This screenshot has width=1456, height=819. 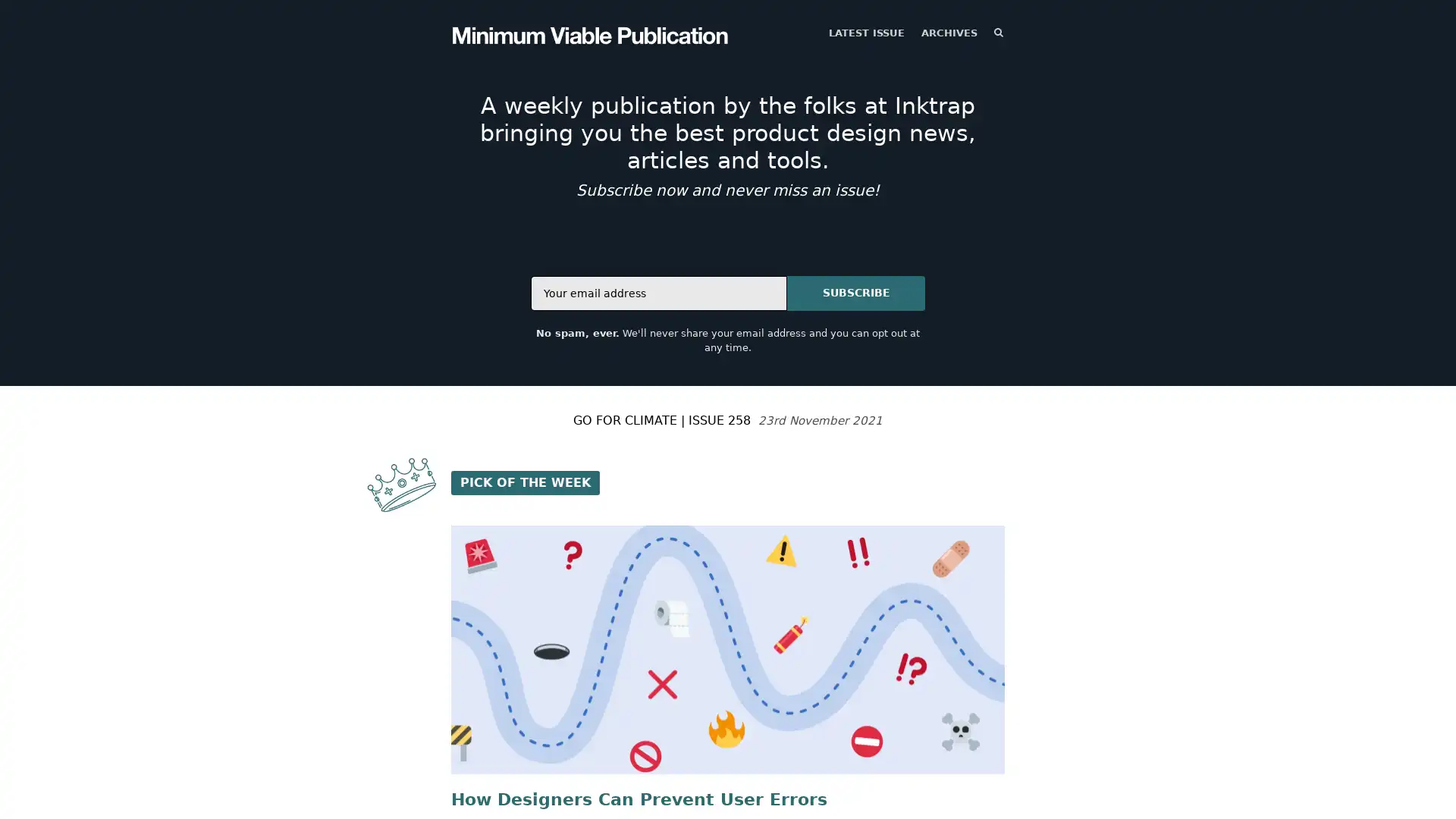 What do you see at coordinates (453, 3) in the screenshot?
I see `TOGGLE MENU` at bounding box center [453, 3].